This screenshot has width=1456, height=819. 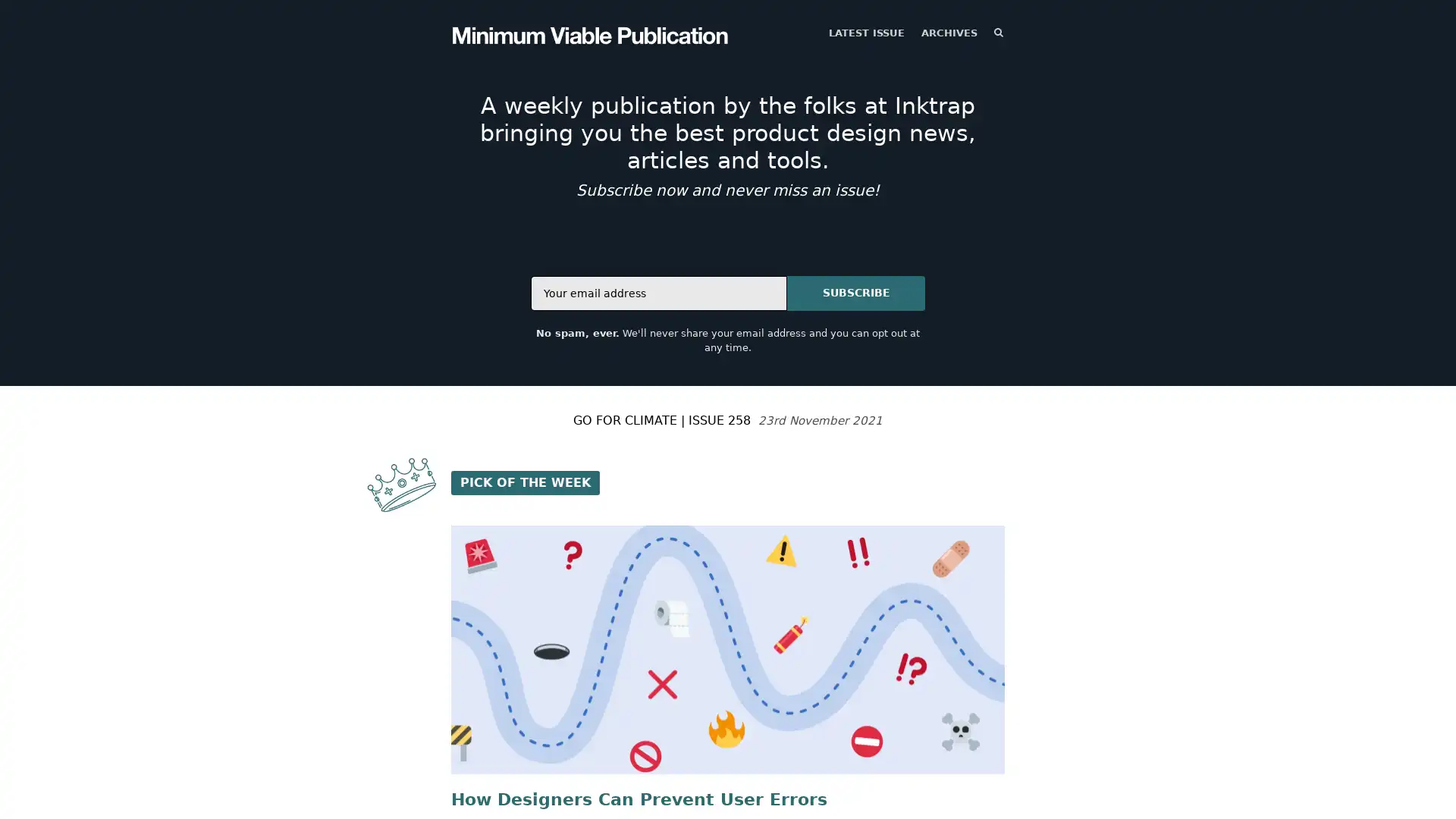 What do you see at coordinates (453, 3) in the screenshot?
I see `TOGGLE MENU` at bounding box center [453, 3].